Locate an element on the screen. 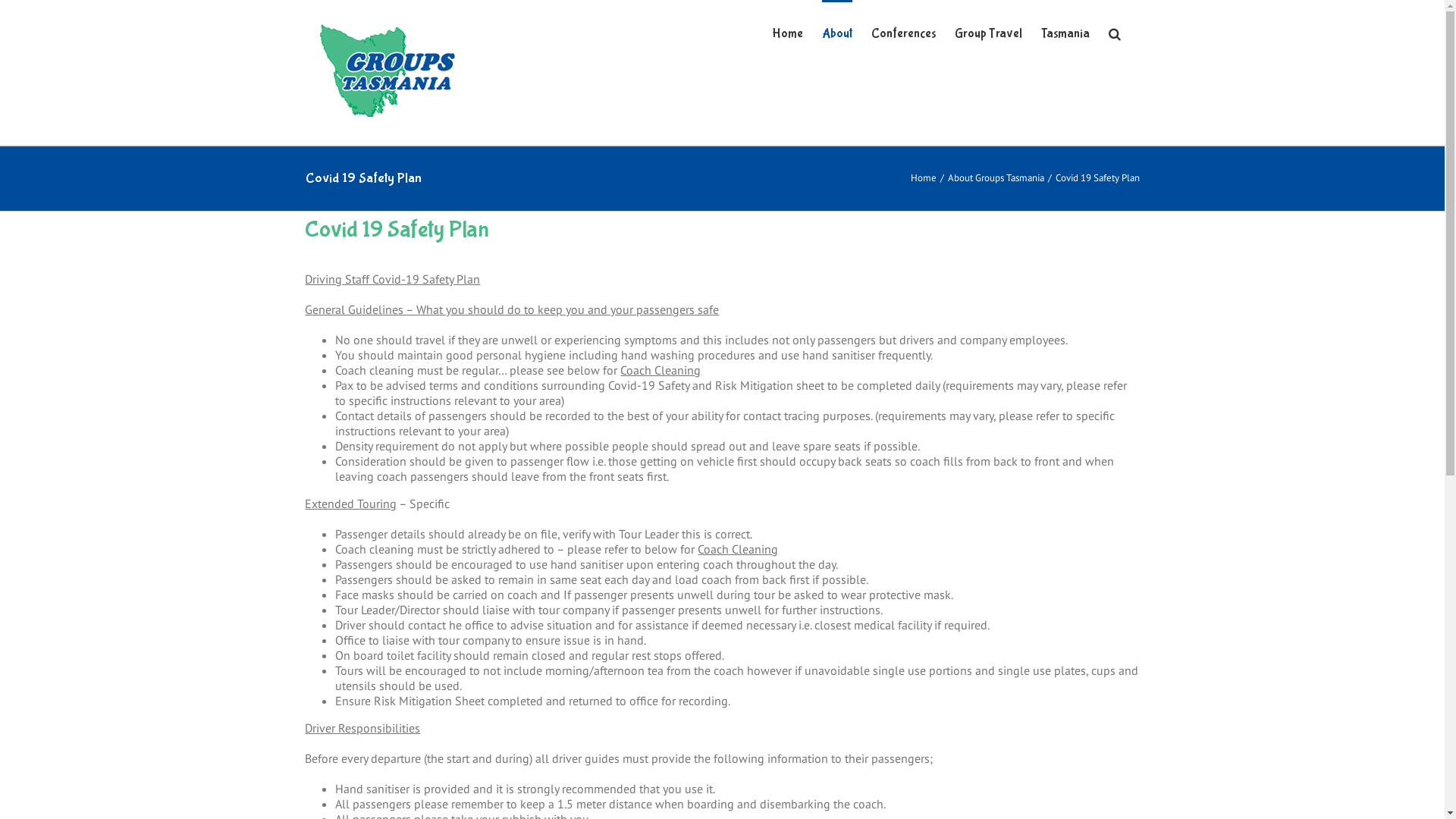 This screenshot has height=819, width=1456. 'About Groups Tasmania' is located at coordinates (996, 177).